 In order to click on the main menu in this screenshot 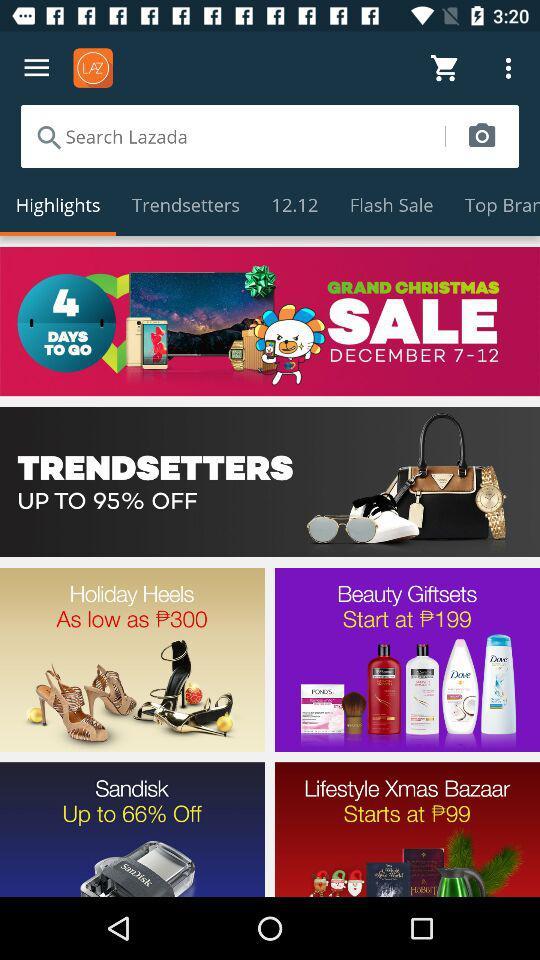, I will do `click(36, 68)`.